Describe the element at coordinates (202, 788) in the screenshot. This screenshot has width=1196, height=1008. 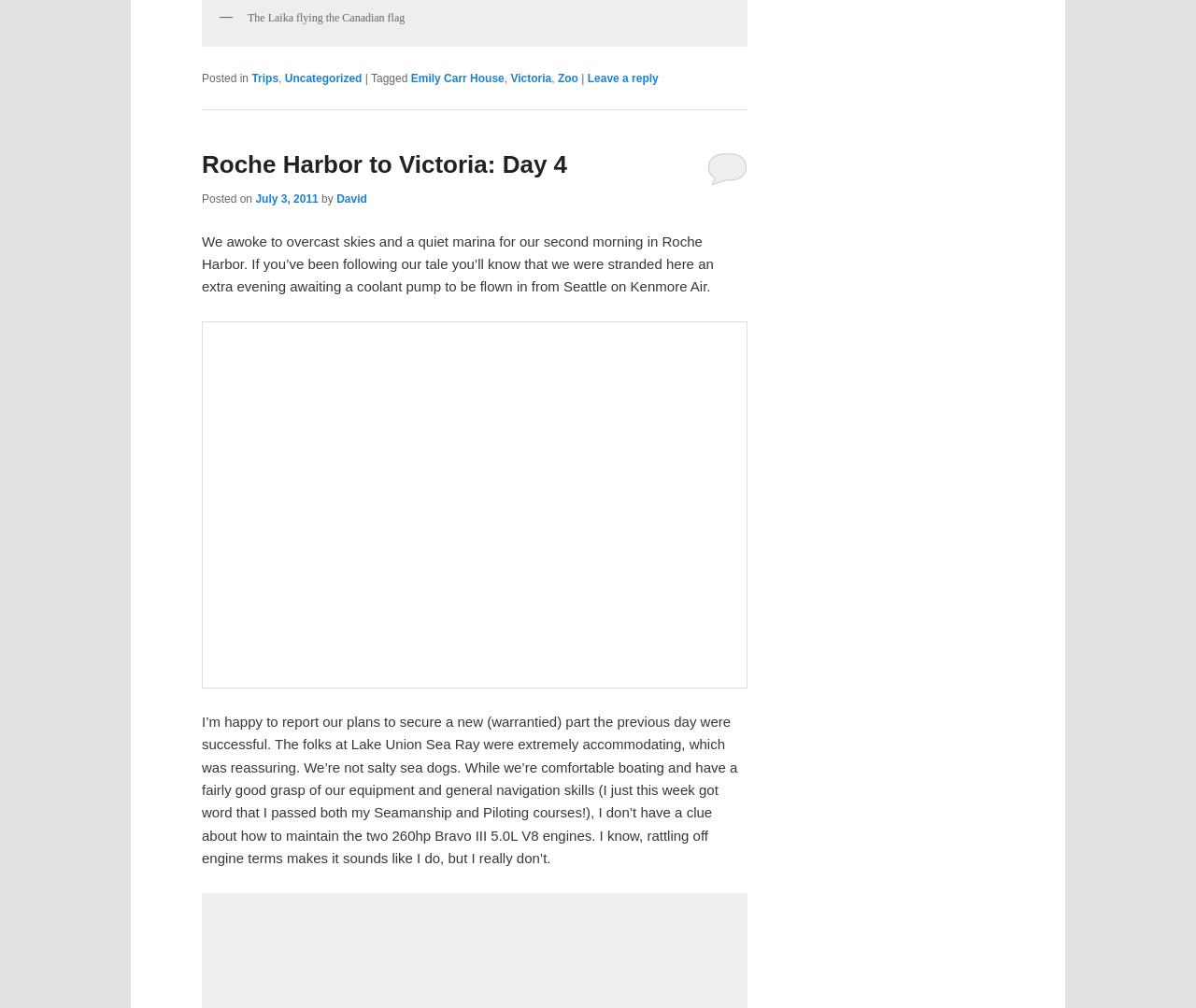
I see `'I’m happy to report our plans to secure a new (warrantied) part the previous day were successful. The folks at Lake Union Sea Ray were extremely accommodating, which was reassuring. We’re not salty sea dogs. While we’re comfortable boating and have a fairly good grasp of our equipment and general navigation skills (I just this week got word that I passed both my Seamanship and Piloting courses!), I don’t have a clue about how to maintain the two 260hp Bravo III 5.0L V8 engines. I know, rattling off engine terms makes it sounds like I do, but I really don’t.'` at that location.